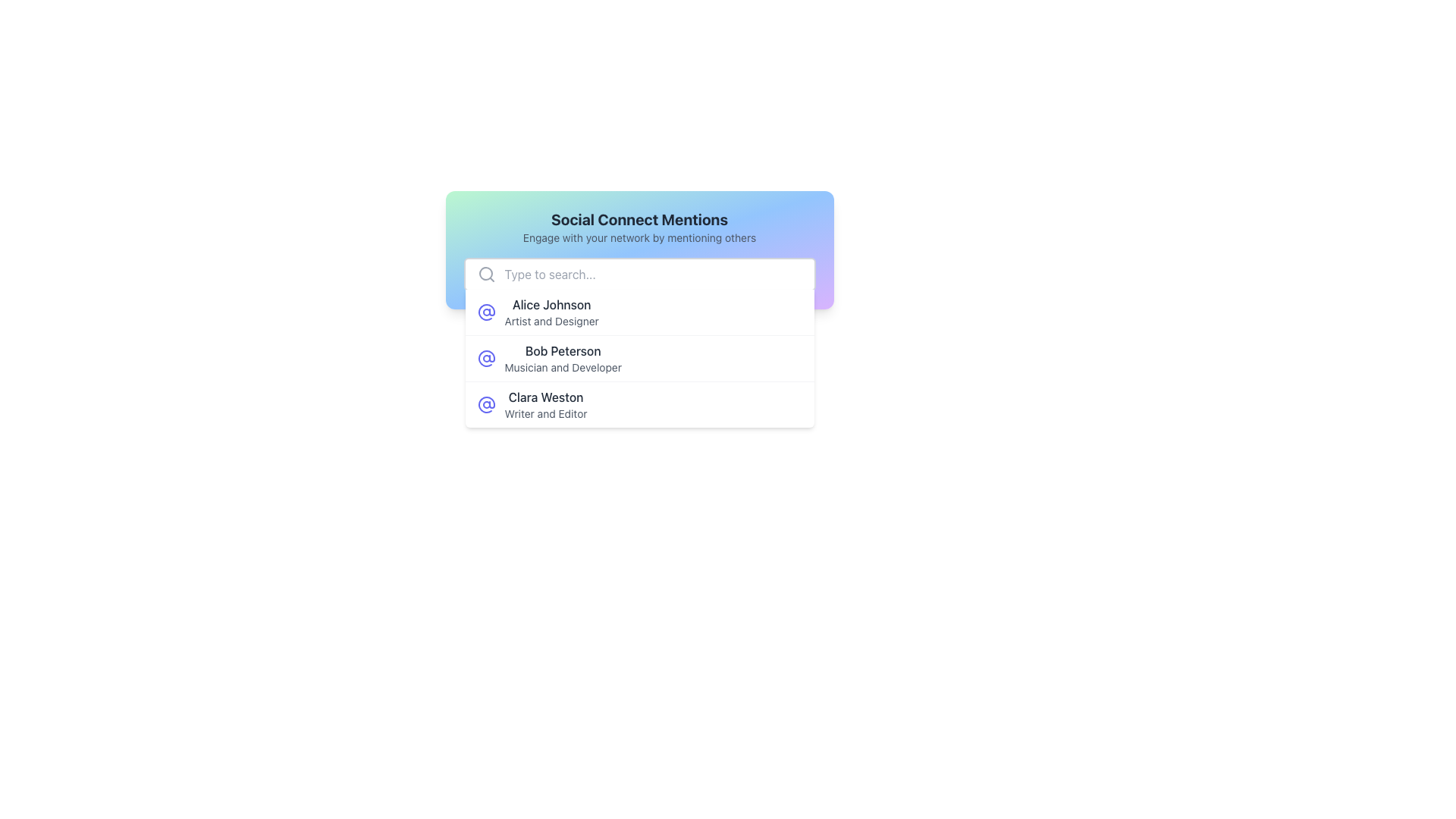 The width and height of the screenshot is (1456, 819). I want to click on the first item in the dropdown menu, so click(639, 312).